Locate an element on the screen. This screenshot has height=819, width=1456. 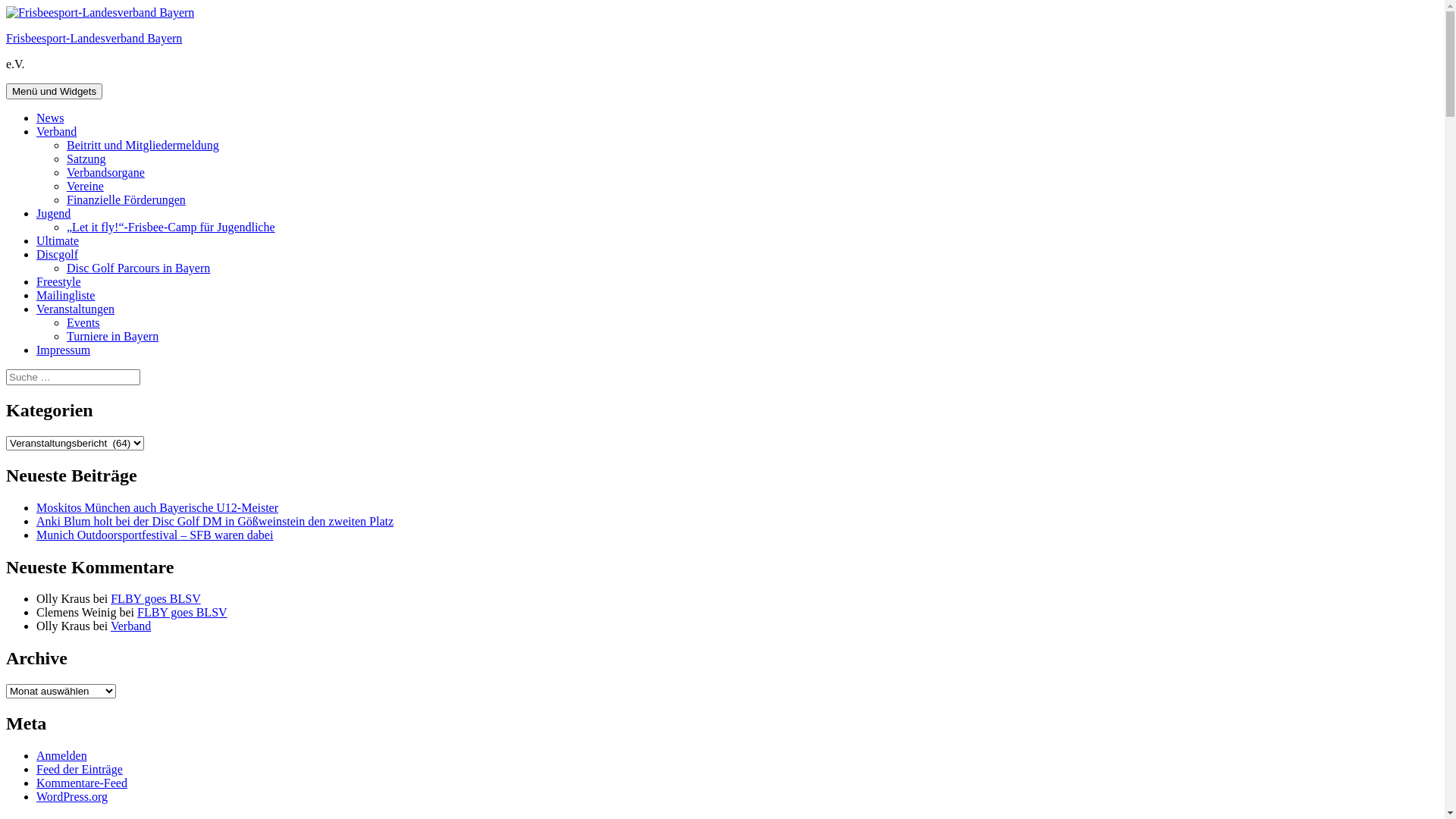
'Turniere in Bayern' is located at coordinates (111, 335).